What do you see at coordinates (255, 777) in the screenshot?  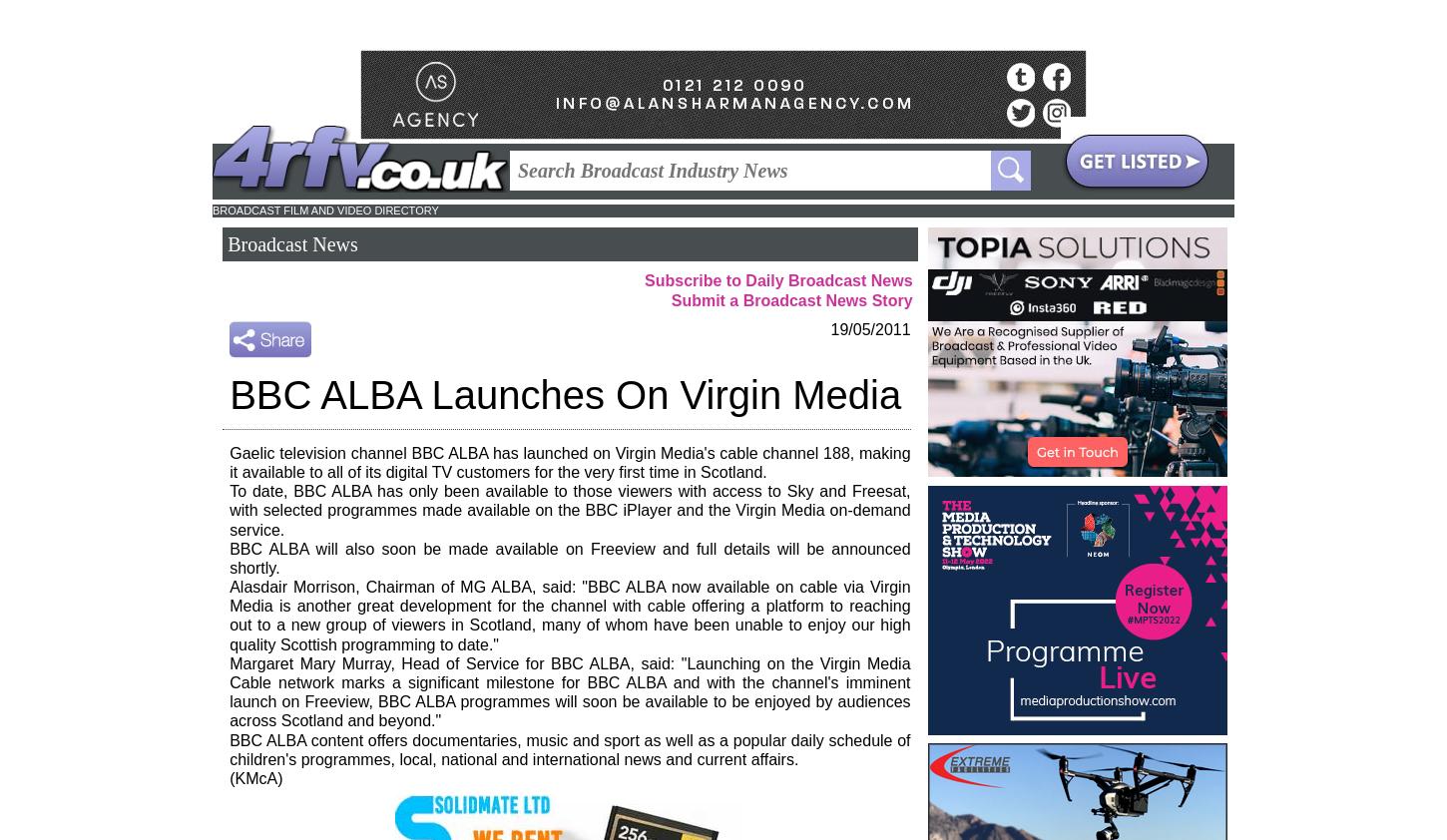 I see `'(KMcA)'` at bounding box center [255, 777].